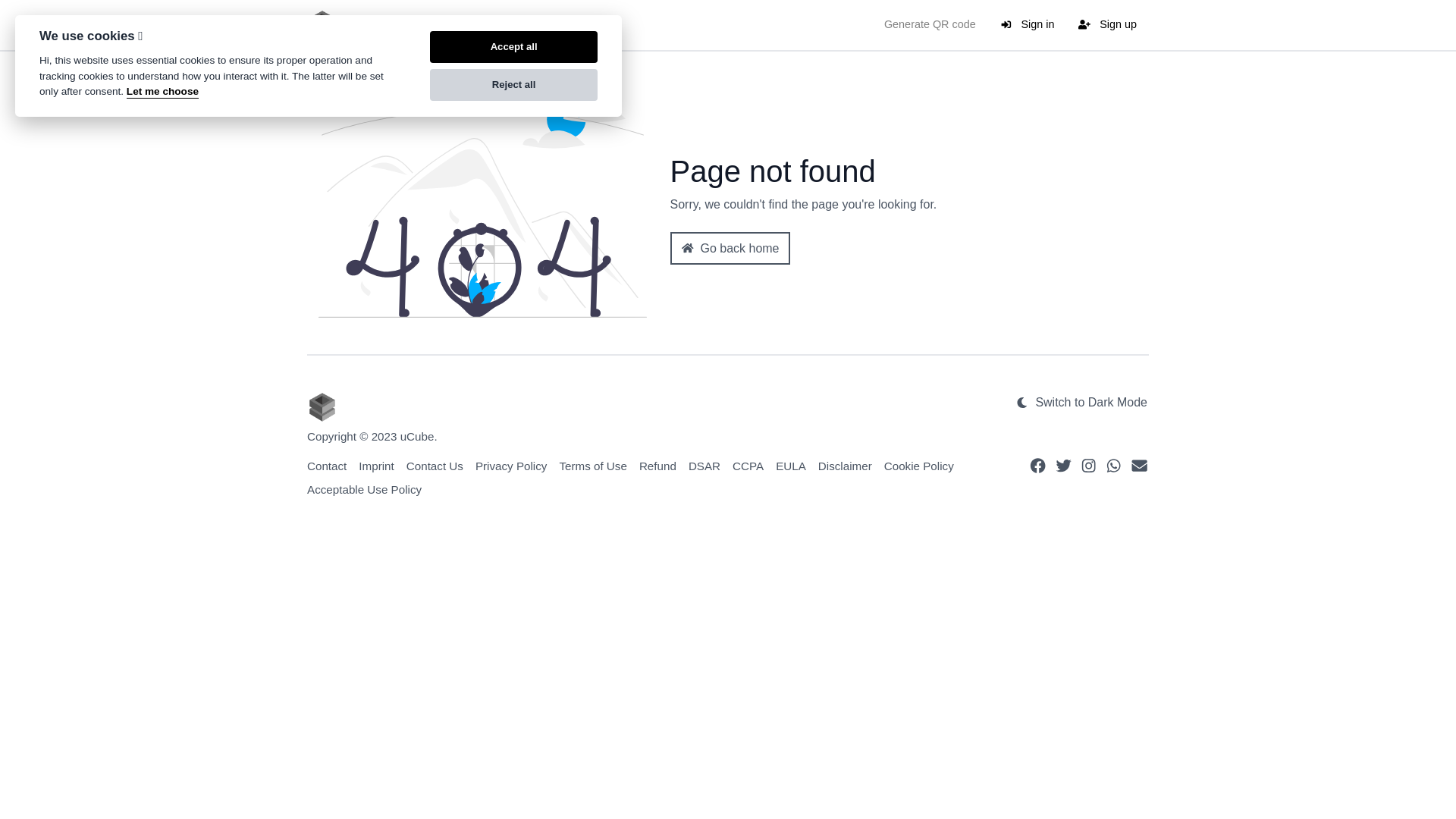 The height and width of the screenshot is (819, 1456). What do you see at coordinates (1065, 25) in the screenshot?
I see `'Sign up'` at bounding box center [1065, 25].